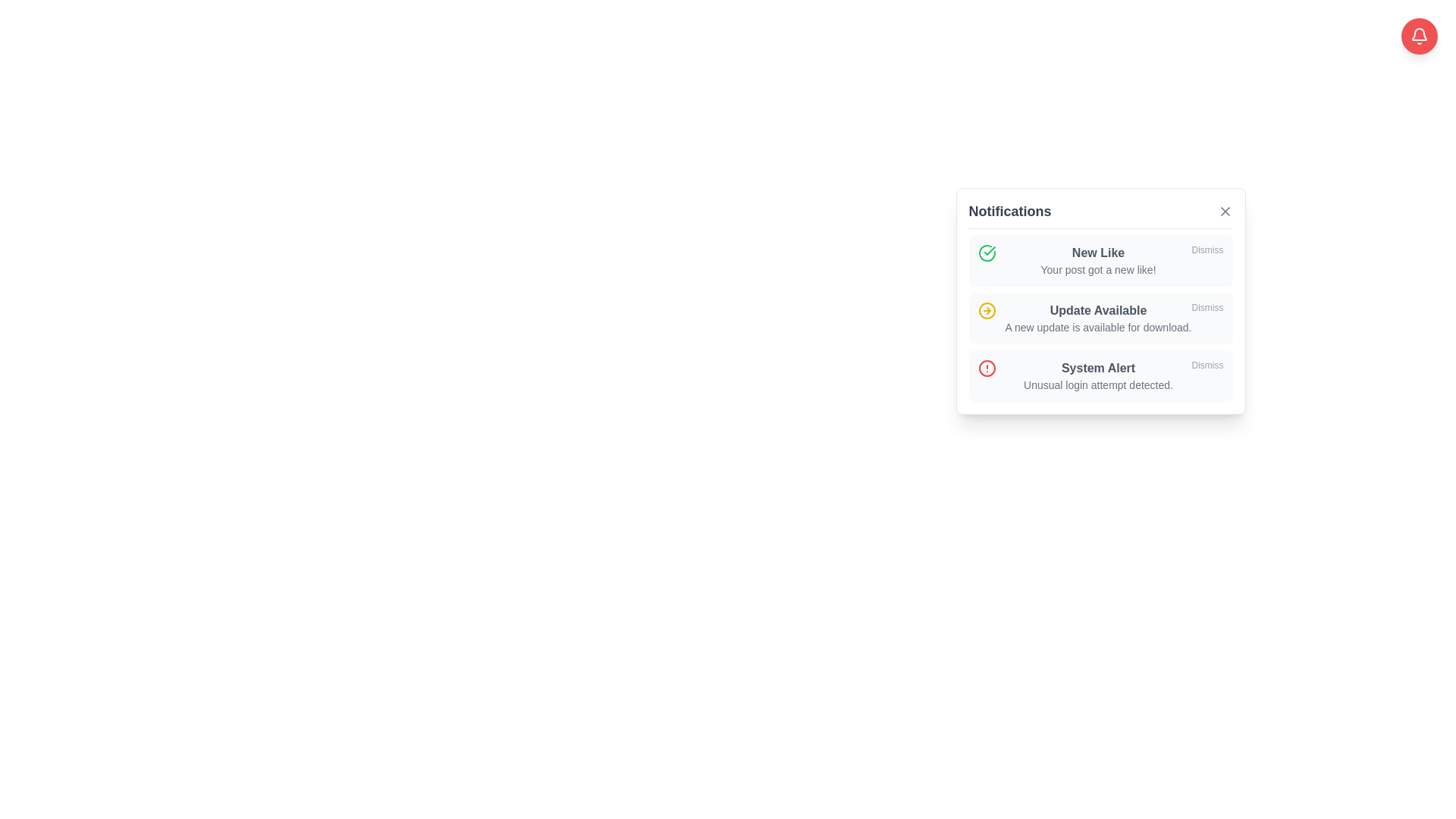 This screenshot has width=1456, height=819. I want to click on the 'System Alert' text label, which is styled in bold gray font and positioned at the top of the notification card, so click(1098, 369).